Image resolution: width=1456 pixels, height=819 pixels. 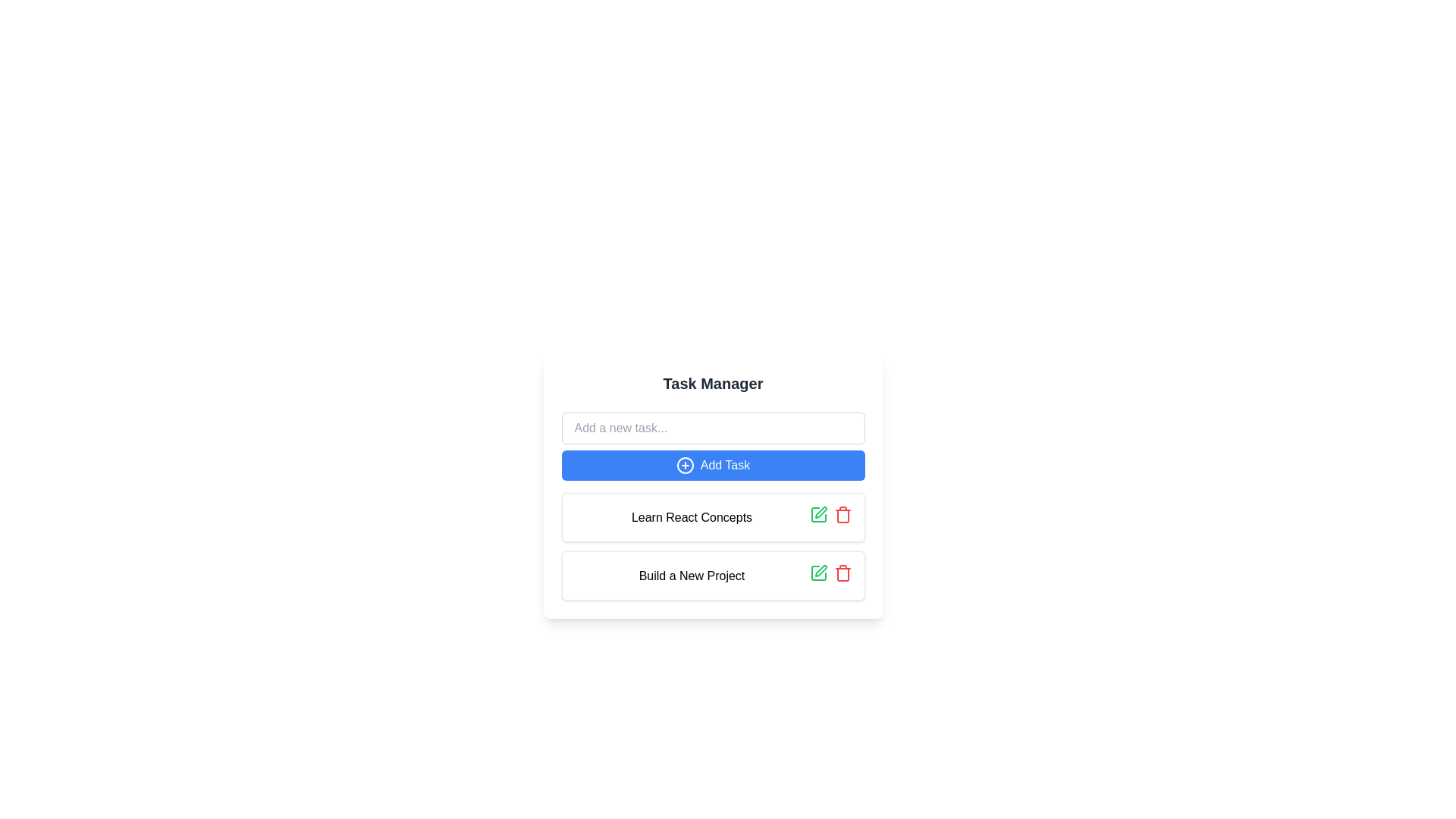 I want to click on the 'plus' icon within the 'Add Task' button to initiate adding a new task in the Task Manager interface, so click(x=684, y=464).